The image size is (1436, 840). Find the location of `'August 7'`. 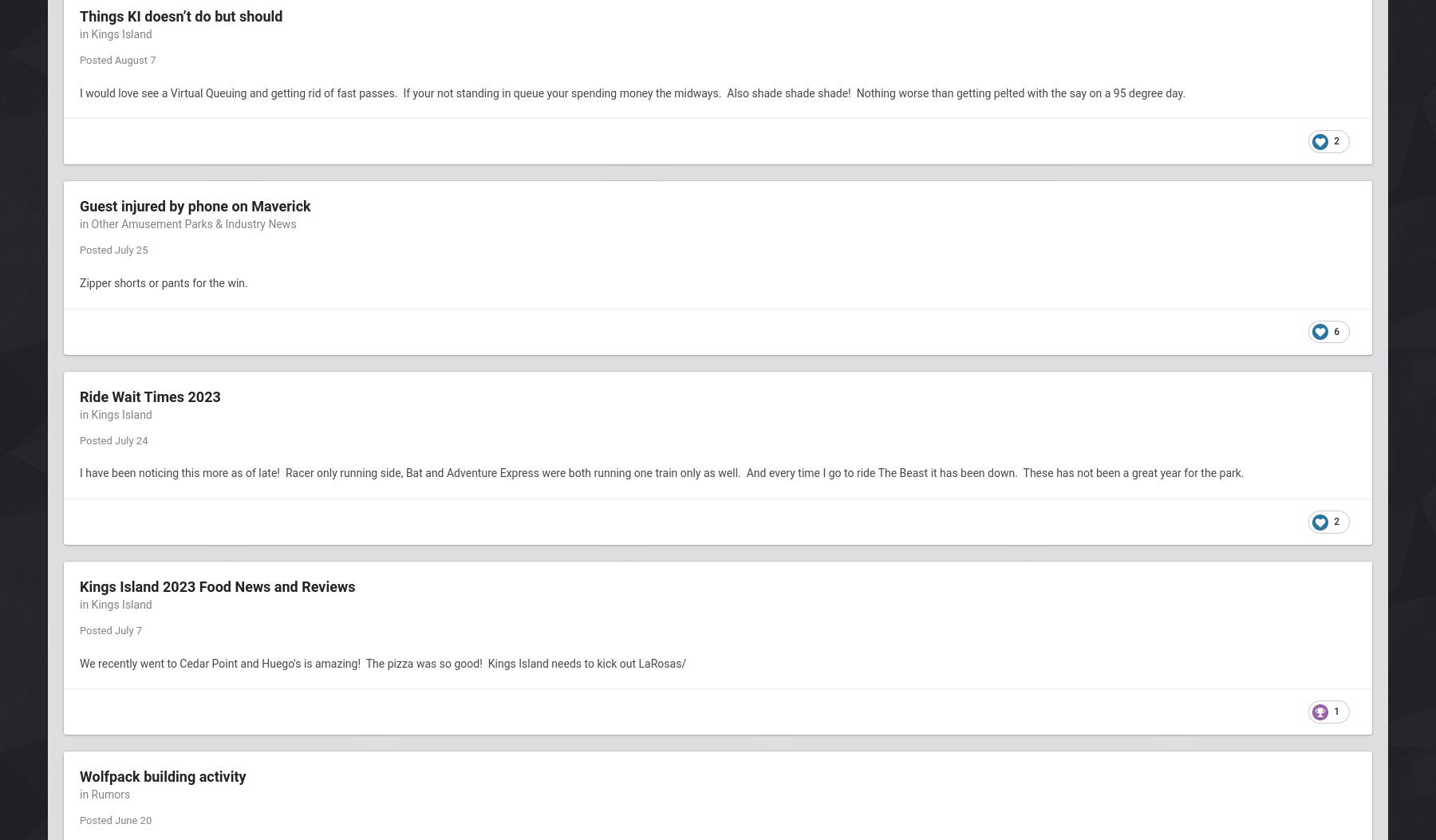

'August 7' is located at coordinates (113, 59).